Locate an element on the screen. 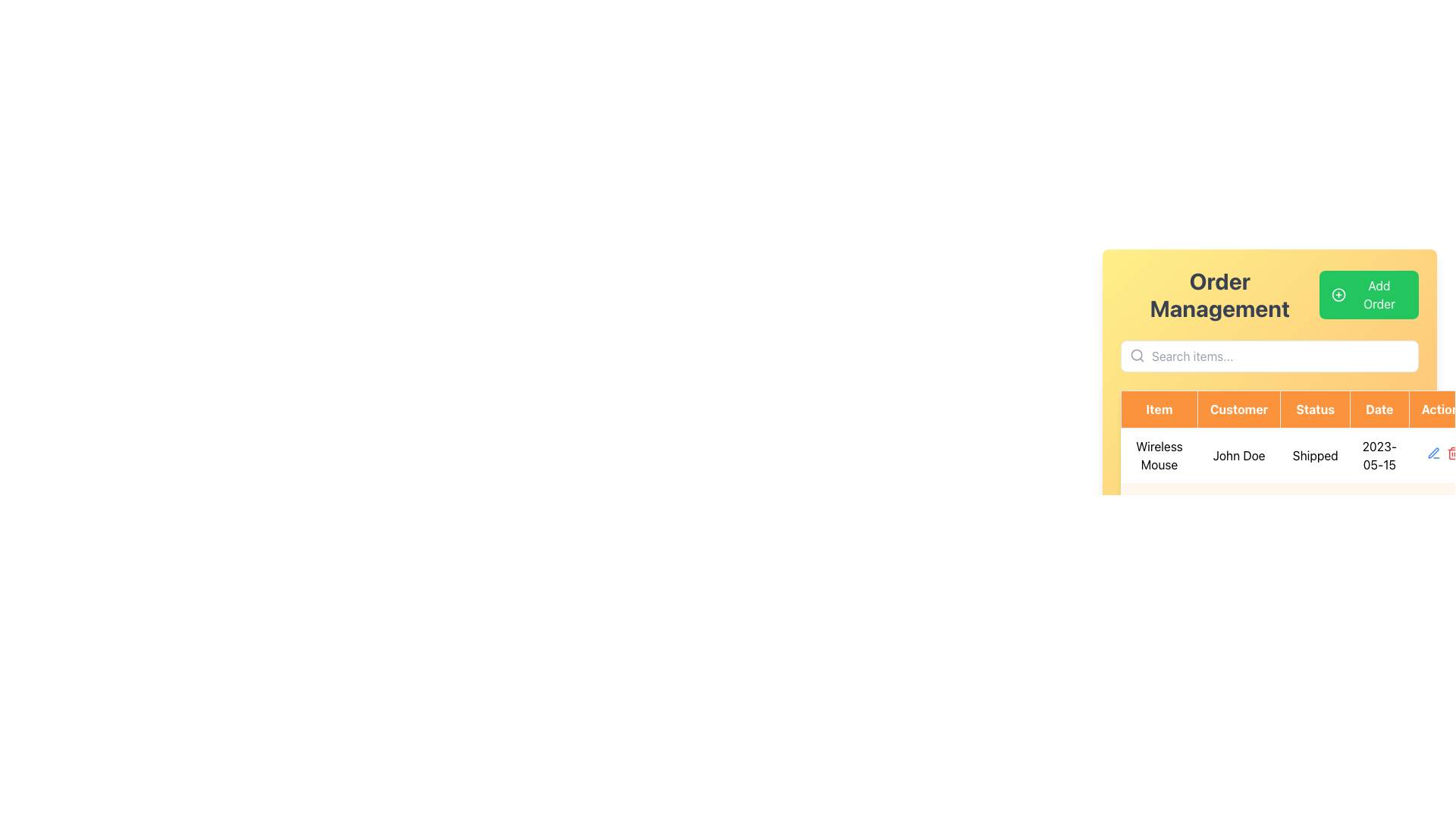 Image resolution: width=1456 pixels, height=819 pixels. the Table Header Cell with an orange background containing the text 'Date' in white, which is located in the fourth column of the table header is located at coordinates (1379, 409).